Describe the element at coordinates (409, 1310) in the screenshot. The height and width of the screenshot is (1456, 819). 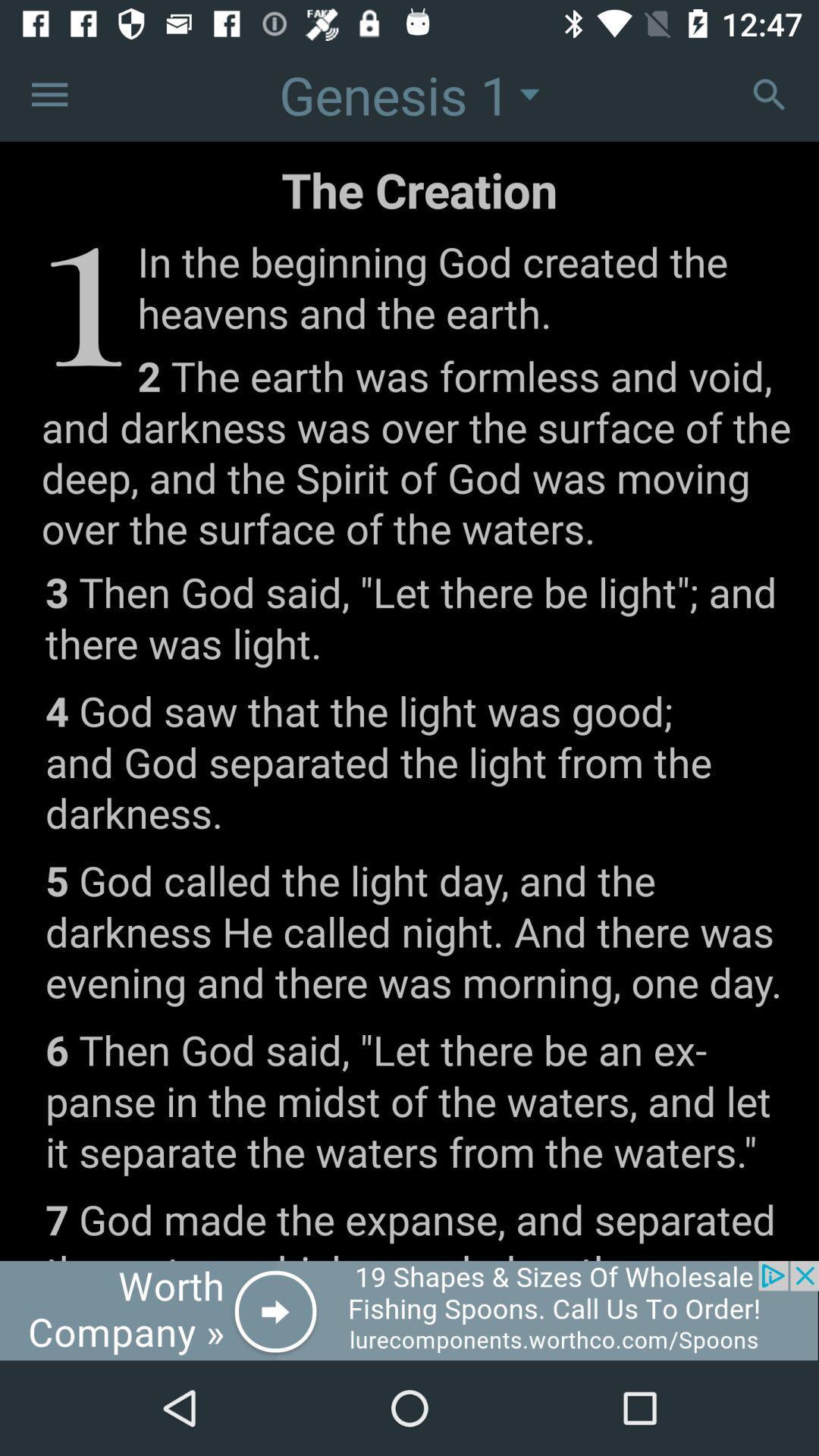
I see `advertisement` at that location.